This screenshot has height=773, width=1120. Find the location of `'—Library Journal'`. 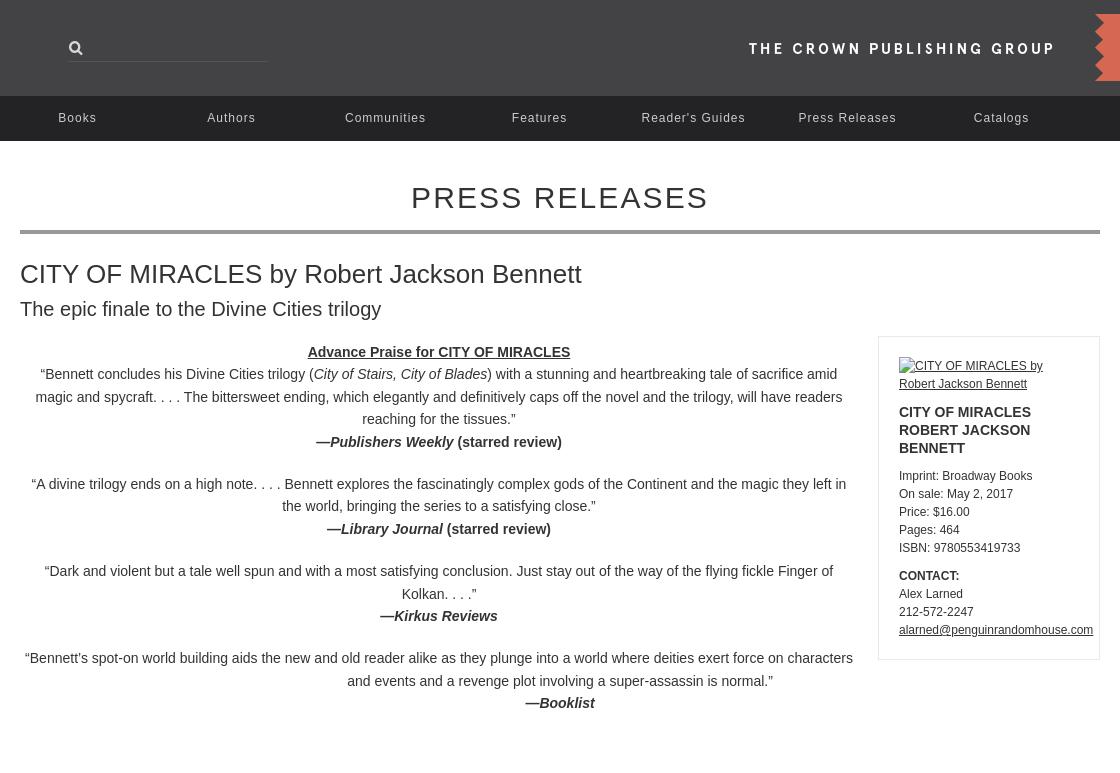

'—Library Journal' is located at coordinates (326, 527).